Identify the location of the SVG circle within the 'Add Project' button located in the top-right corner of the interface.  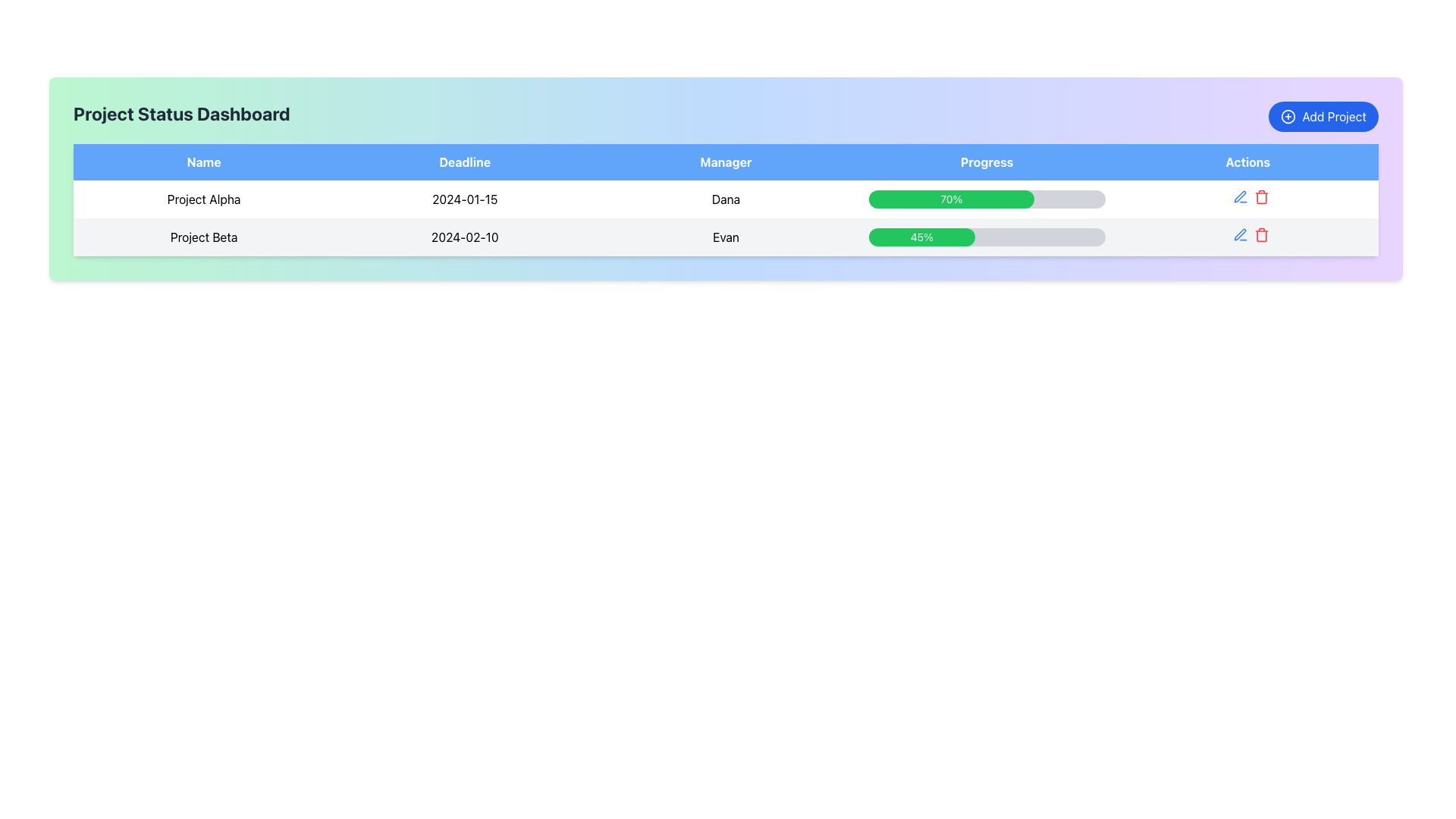
(1288, 116).